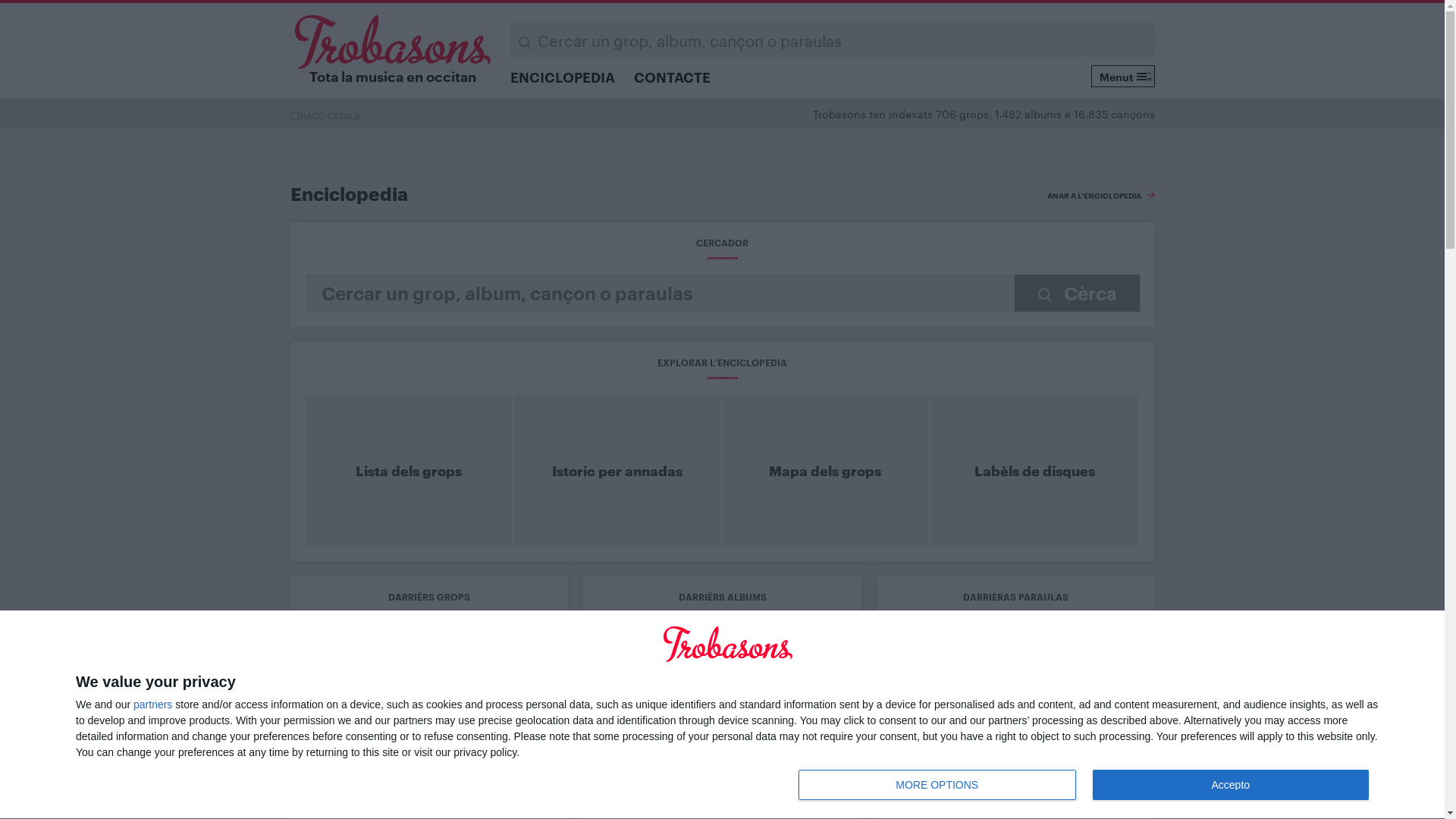  What do you see at coordinates (562, 76) in the screenshot?
I see `'ENCICLOPEDIA'` at bounding box center [562, 76].